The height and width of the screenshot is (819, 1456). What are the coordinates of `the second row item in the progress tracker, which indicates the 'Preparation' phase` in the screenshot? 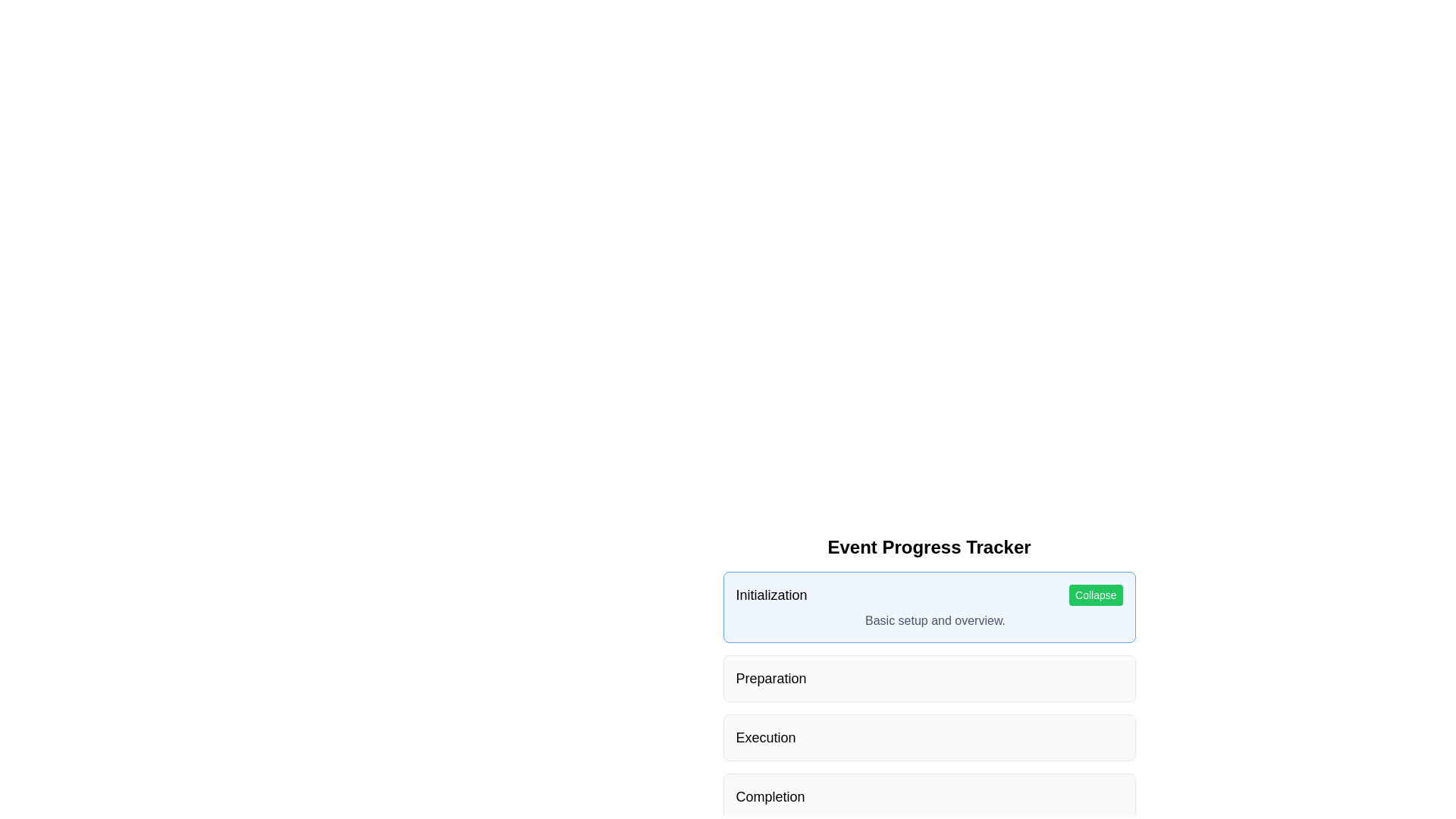 It's located at (928, 660).